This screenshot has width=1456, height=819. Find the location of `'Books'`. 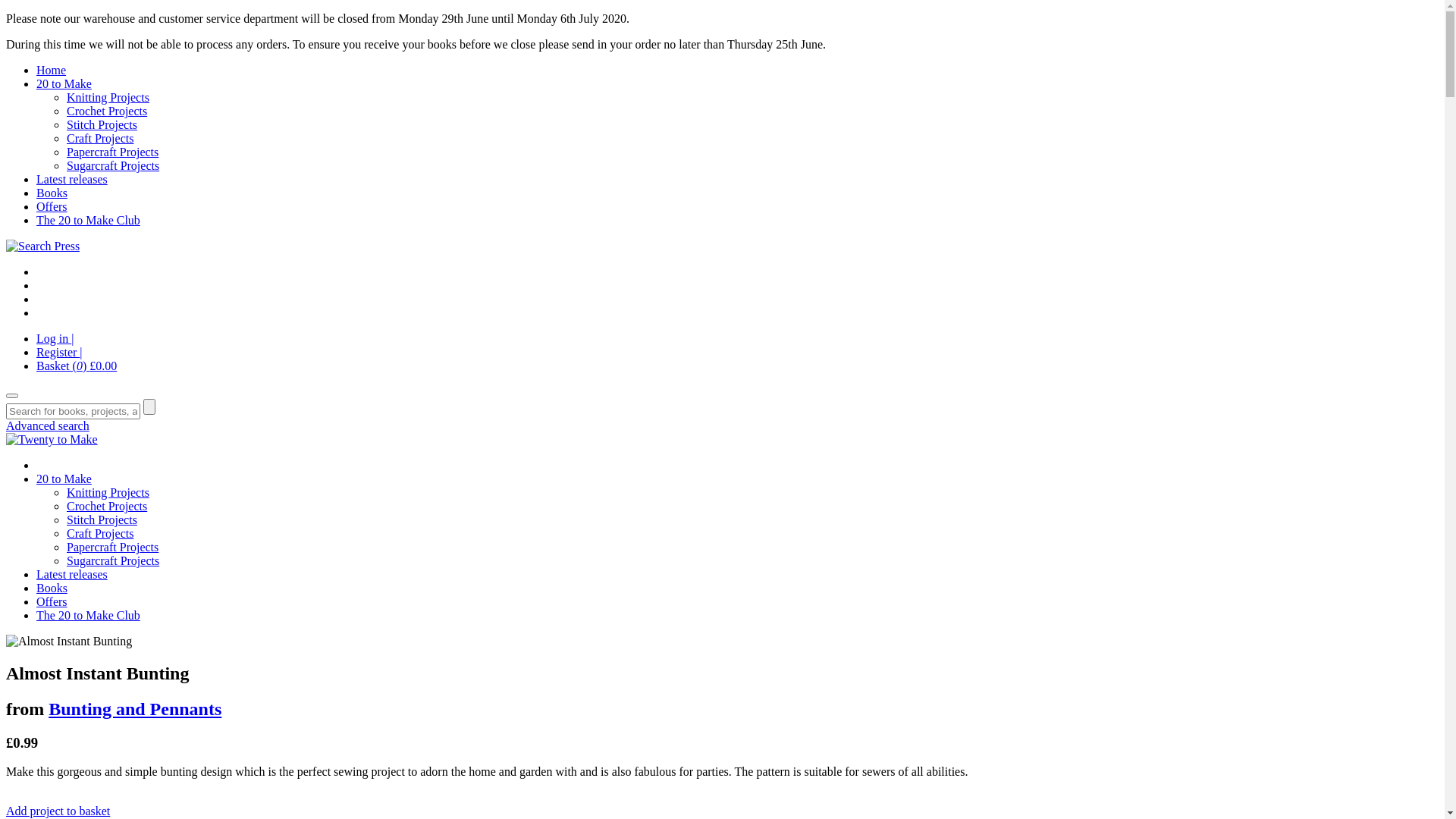

'Books' is located at coordinates (52, 192).